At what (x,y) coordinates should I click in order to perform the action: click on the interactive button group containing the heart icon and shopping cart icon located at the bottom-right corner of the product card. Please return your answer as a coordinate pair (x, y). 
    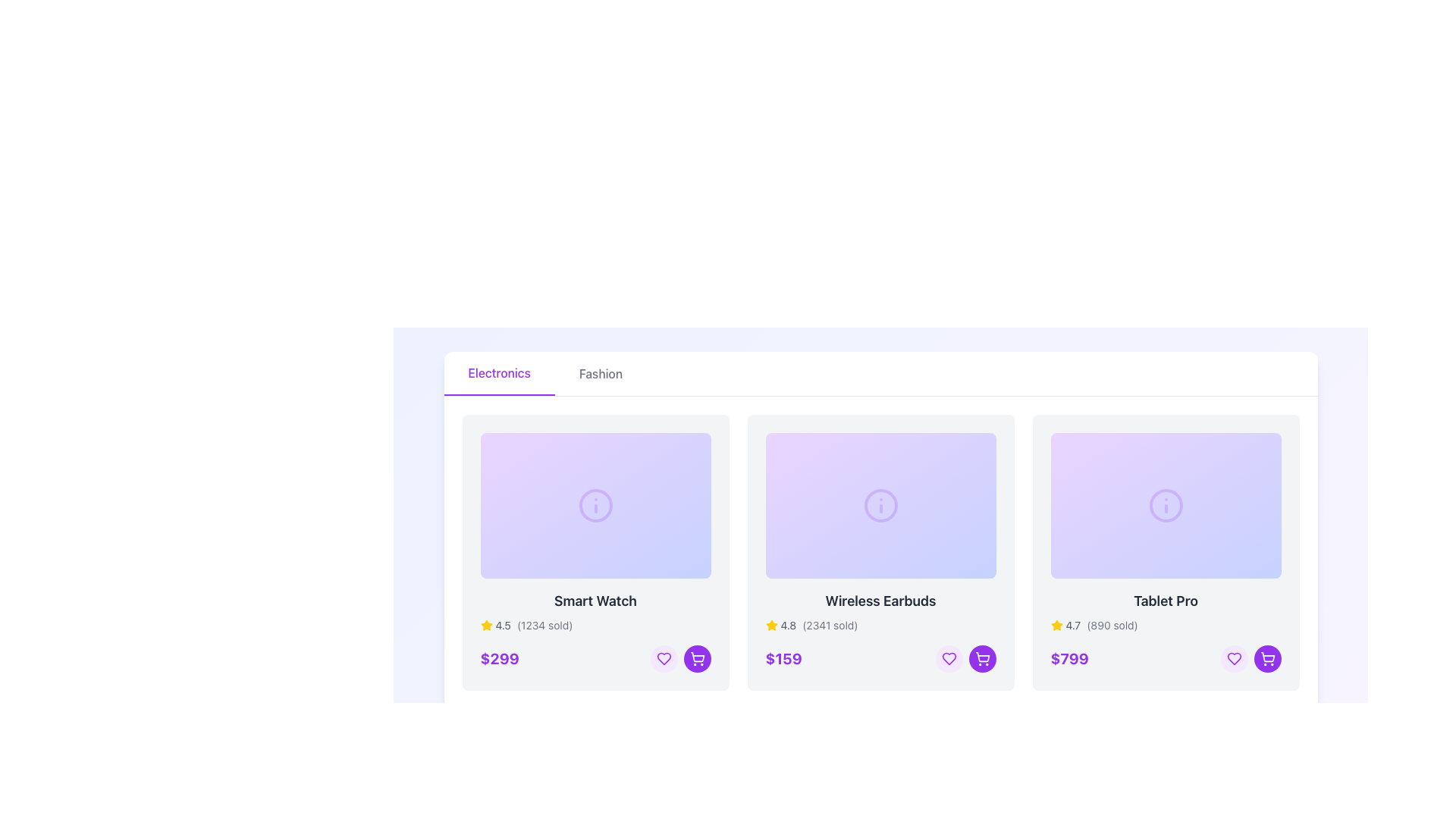
    Looking at the image, I should click on (679, 657).